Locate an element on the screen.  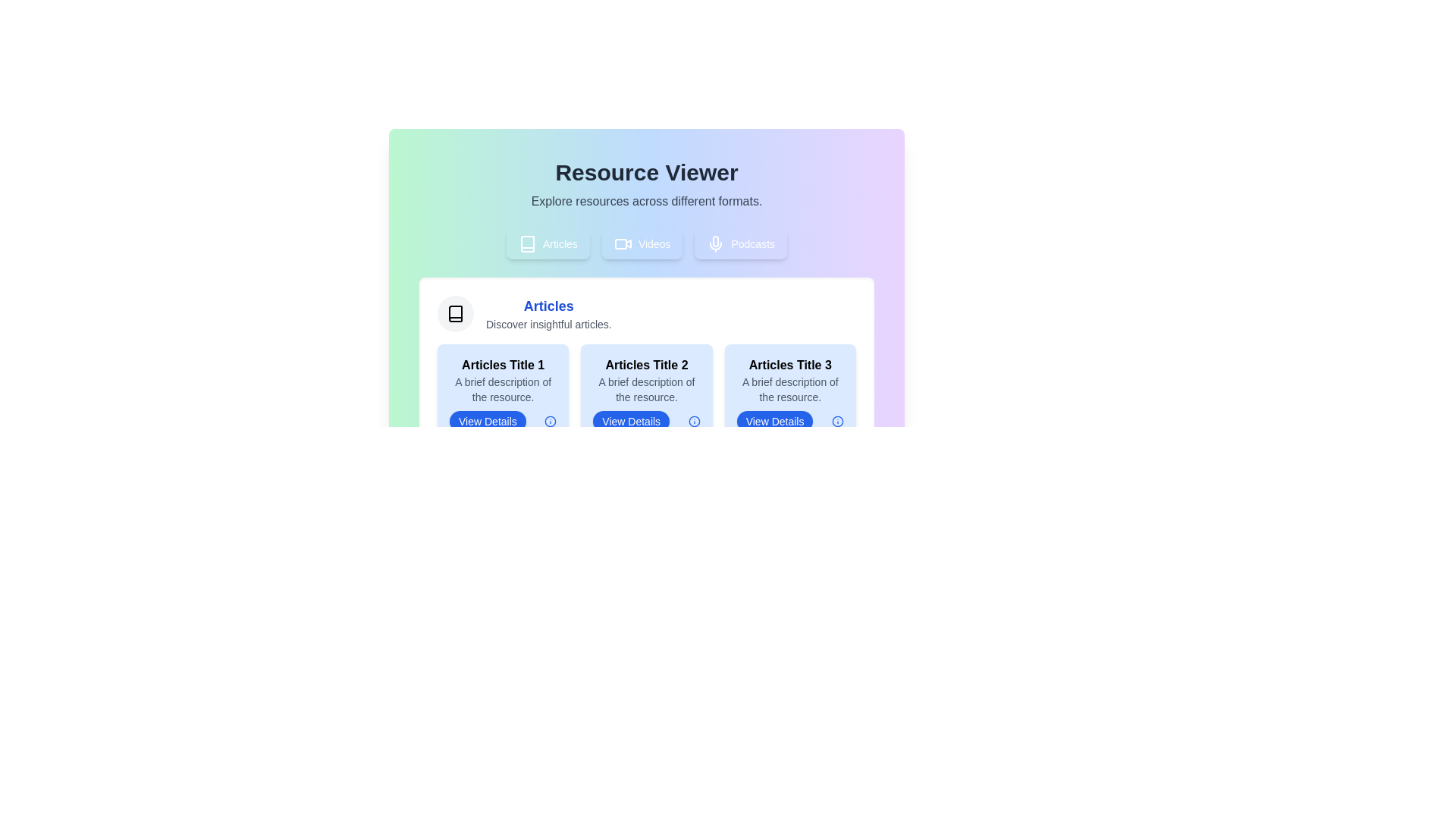
the 'Articles' text label, which is styled with small, medium weight white text against a blue background in the horizontal navigation menu is located at coordinates (560, 243).